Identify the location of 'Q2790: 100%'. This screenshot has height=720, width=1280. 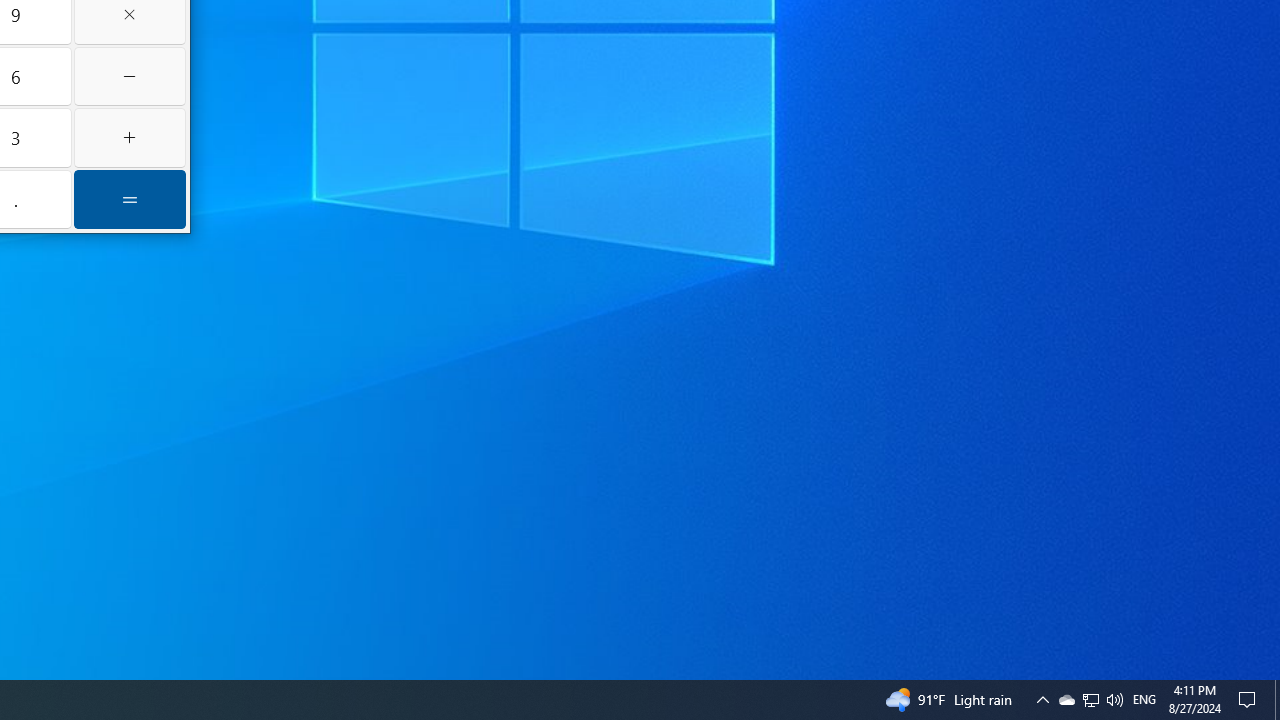
(1113, 698).